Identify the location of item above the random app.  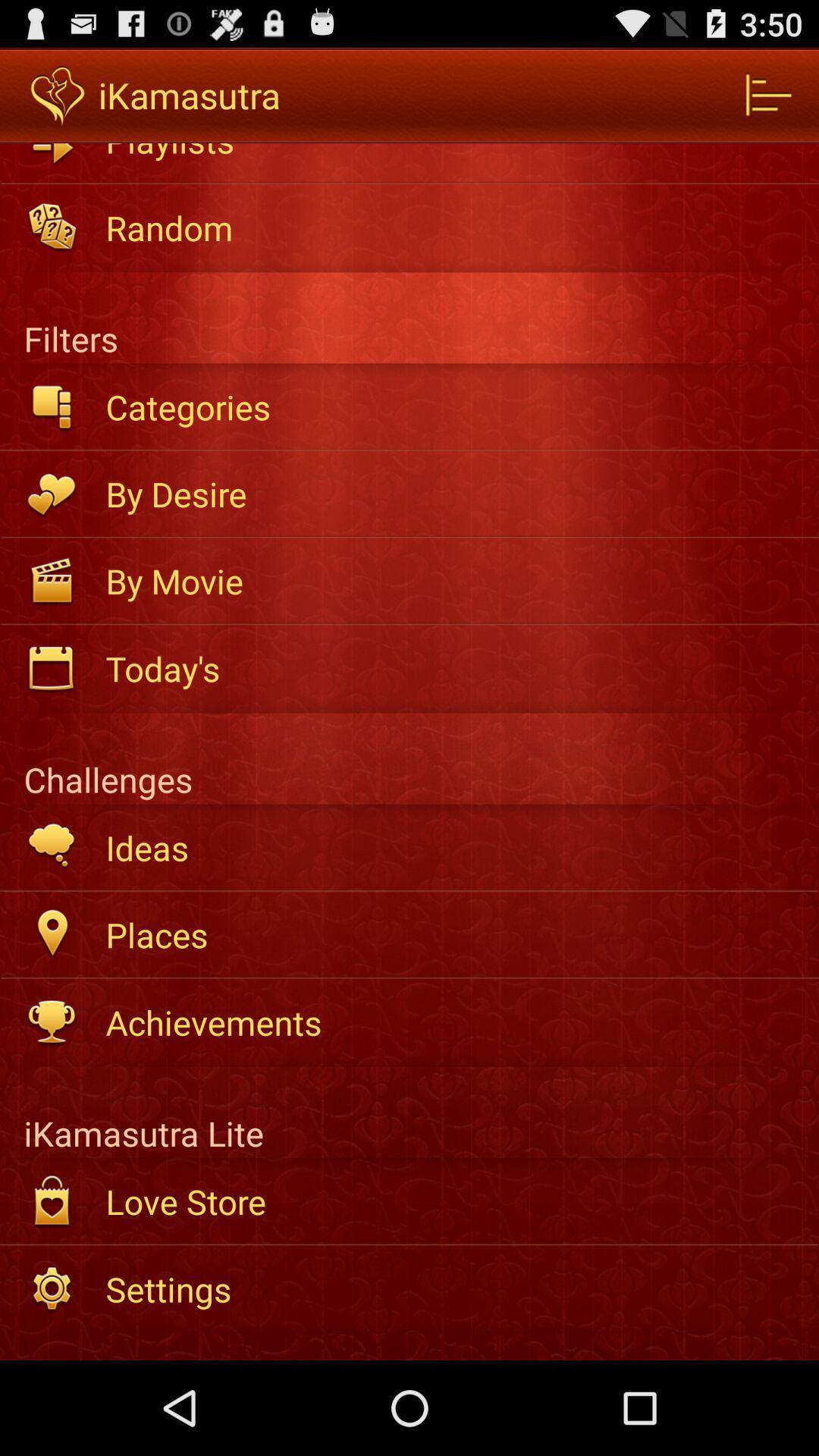
(451, 153).